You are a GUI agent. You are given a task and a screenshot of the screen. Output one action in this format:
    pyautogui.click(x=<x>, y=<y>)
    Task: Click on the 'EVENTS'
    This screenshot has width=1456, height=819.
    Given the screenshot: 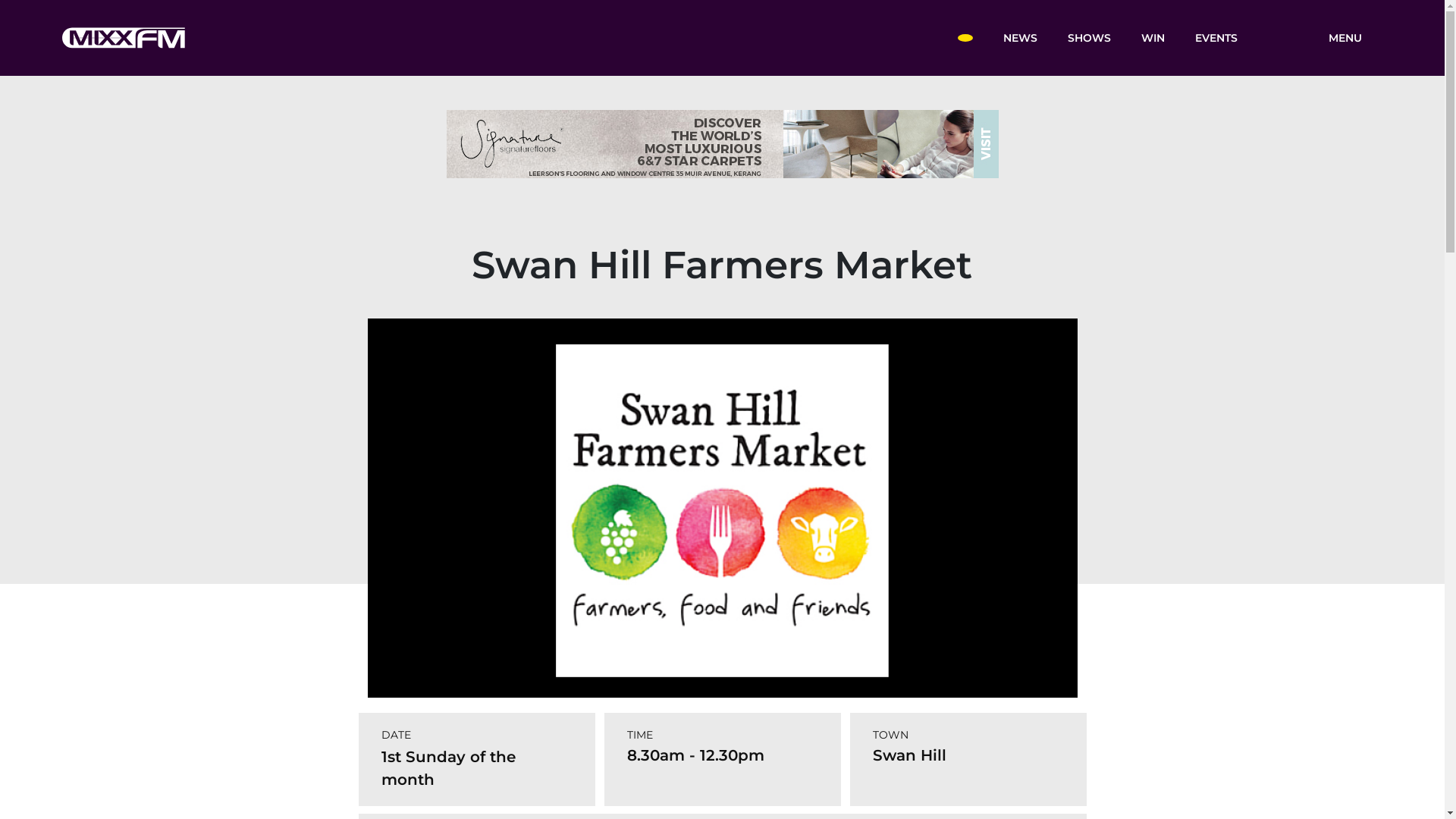 What is the action you would take?
    pyautogui.click(x=1216, y=36)
    